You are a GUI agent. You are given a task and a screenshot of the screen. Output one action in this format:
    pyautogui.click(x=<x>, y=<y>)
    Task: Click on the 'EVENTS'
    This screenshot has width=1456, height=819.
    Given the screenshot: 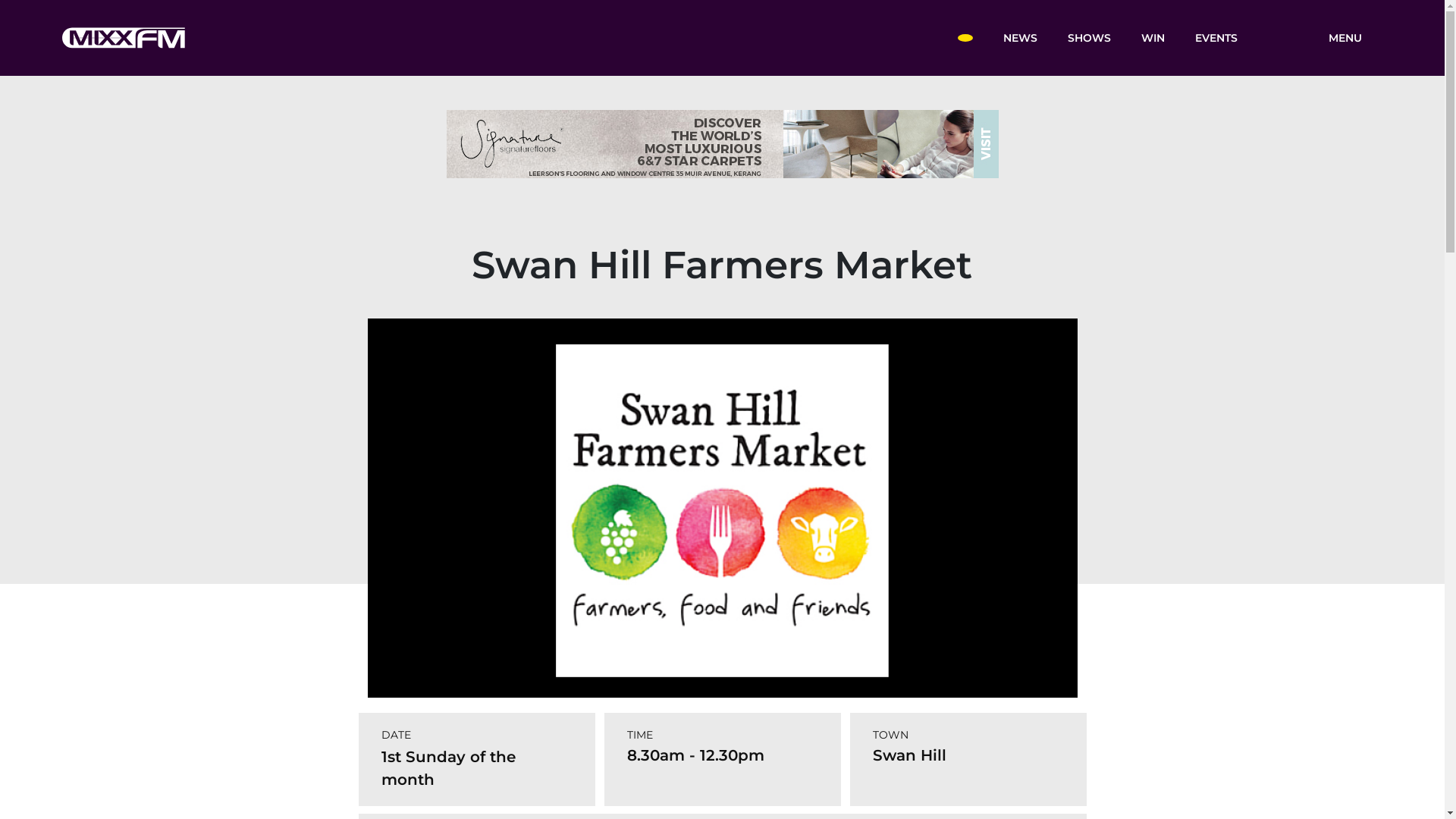 What is the action you would take?
    pyautogui.click(x=1216, y=36)
    